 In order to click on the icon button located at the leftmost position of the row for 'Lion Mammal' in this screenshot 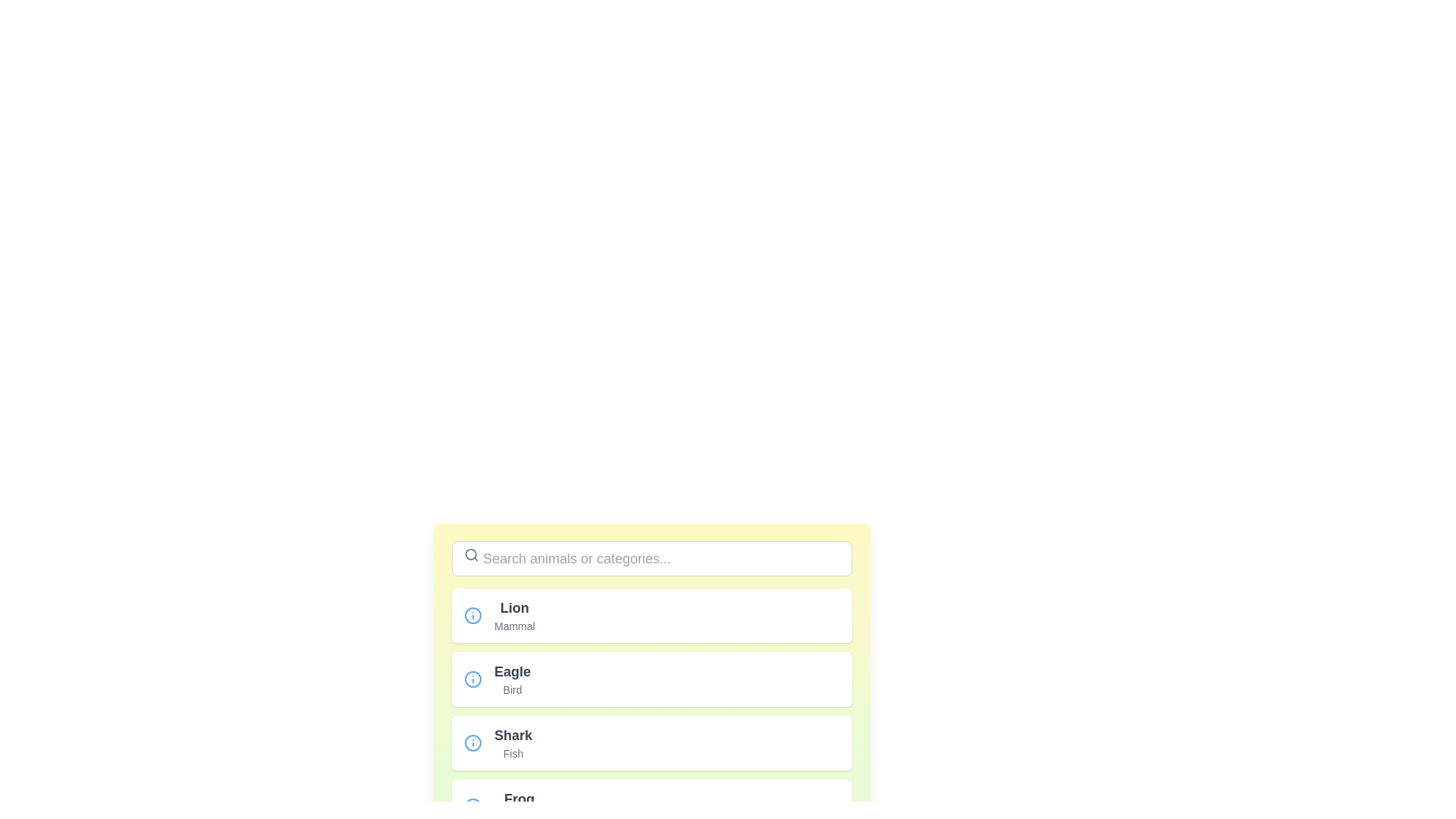, I will do `click(472, 616)`.